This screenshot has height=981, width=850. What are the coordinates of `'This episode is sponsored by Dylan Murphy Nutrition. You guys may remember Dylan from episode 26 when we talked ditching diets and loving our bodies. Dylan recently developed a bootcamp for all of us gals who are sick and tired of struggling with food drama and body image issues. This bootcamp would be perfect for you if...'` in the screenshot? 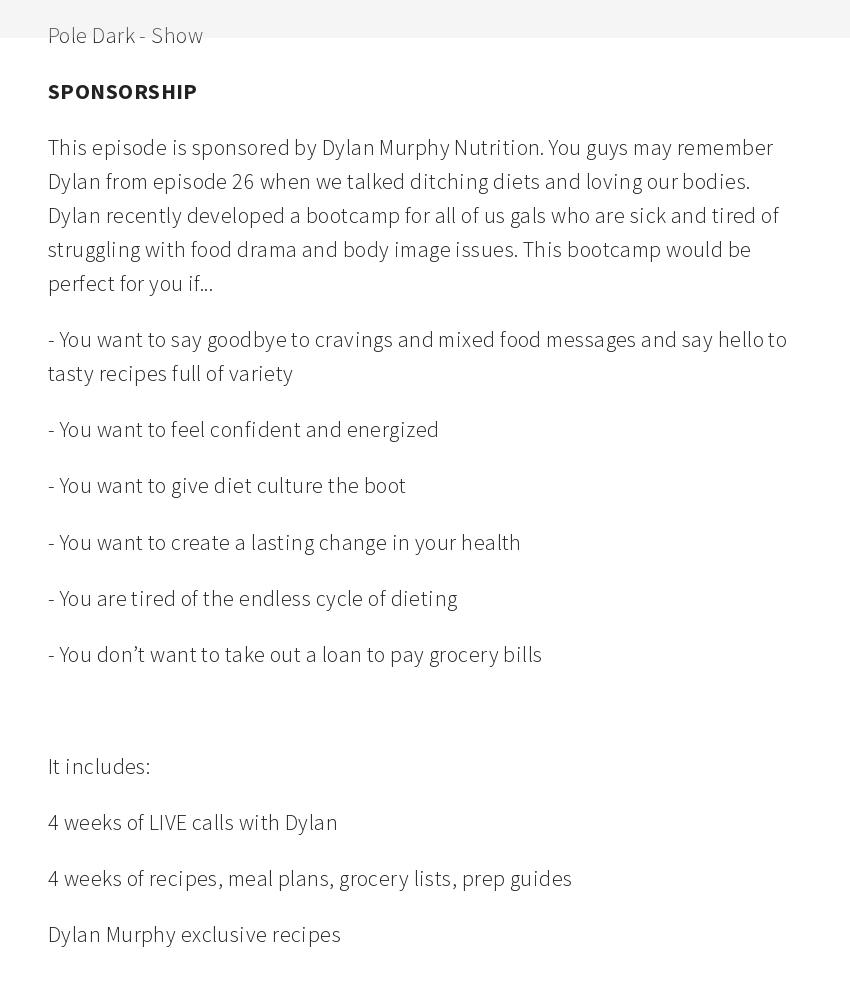 It's located at (415, 213).